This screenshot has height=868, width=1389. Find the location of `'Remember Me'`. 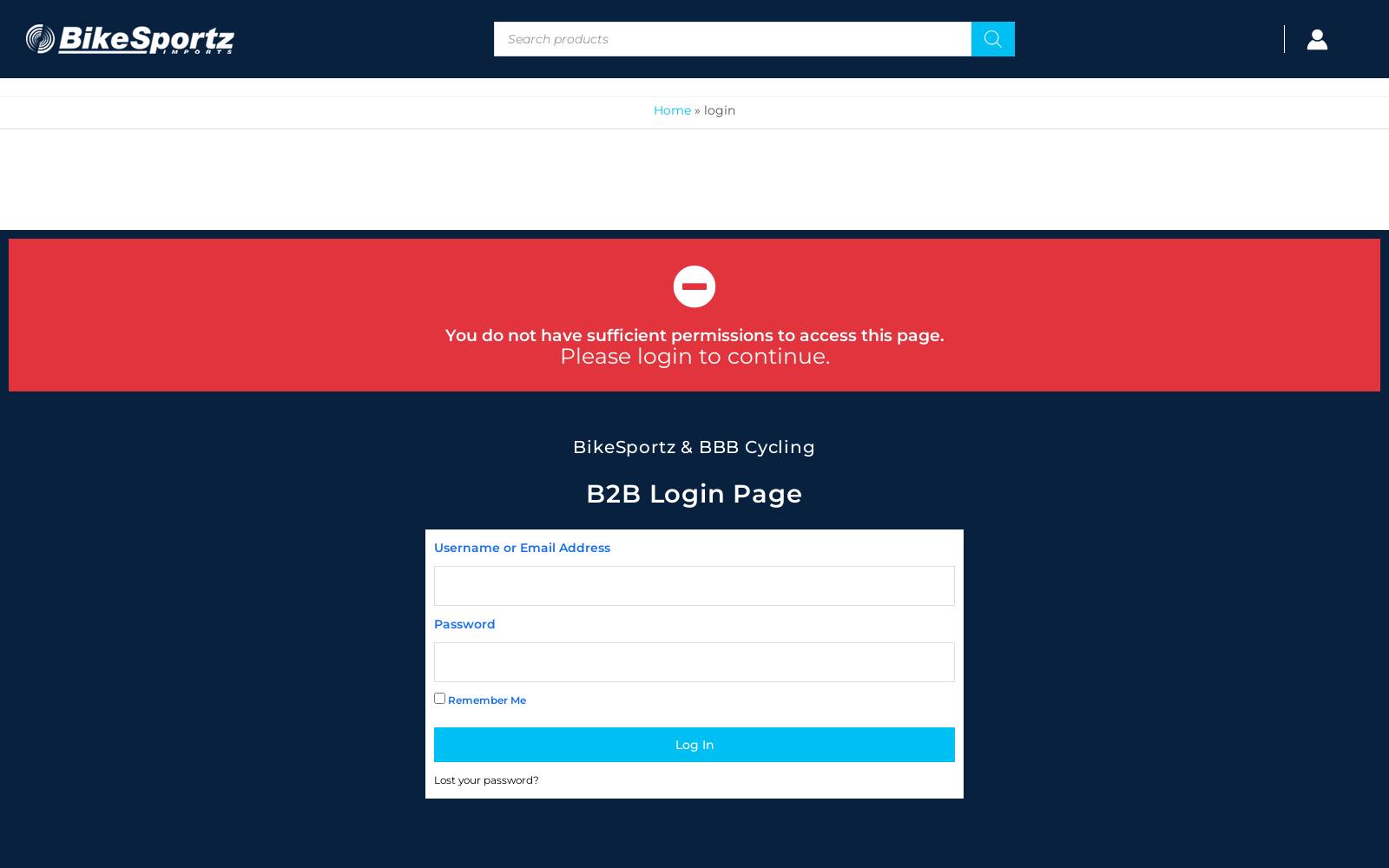

'Remember Me' is located at coordinates (484, 699).